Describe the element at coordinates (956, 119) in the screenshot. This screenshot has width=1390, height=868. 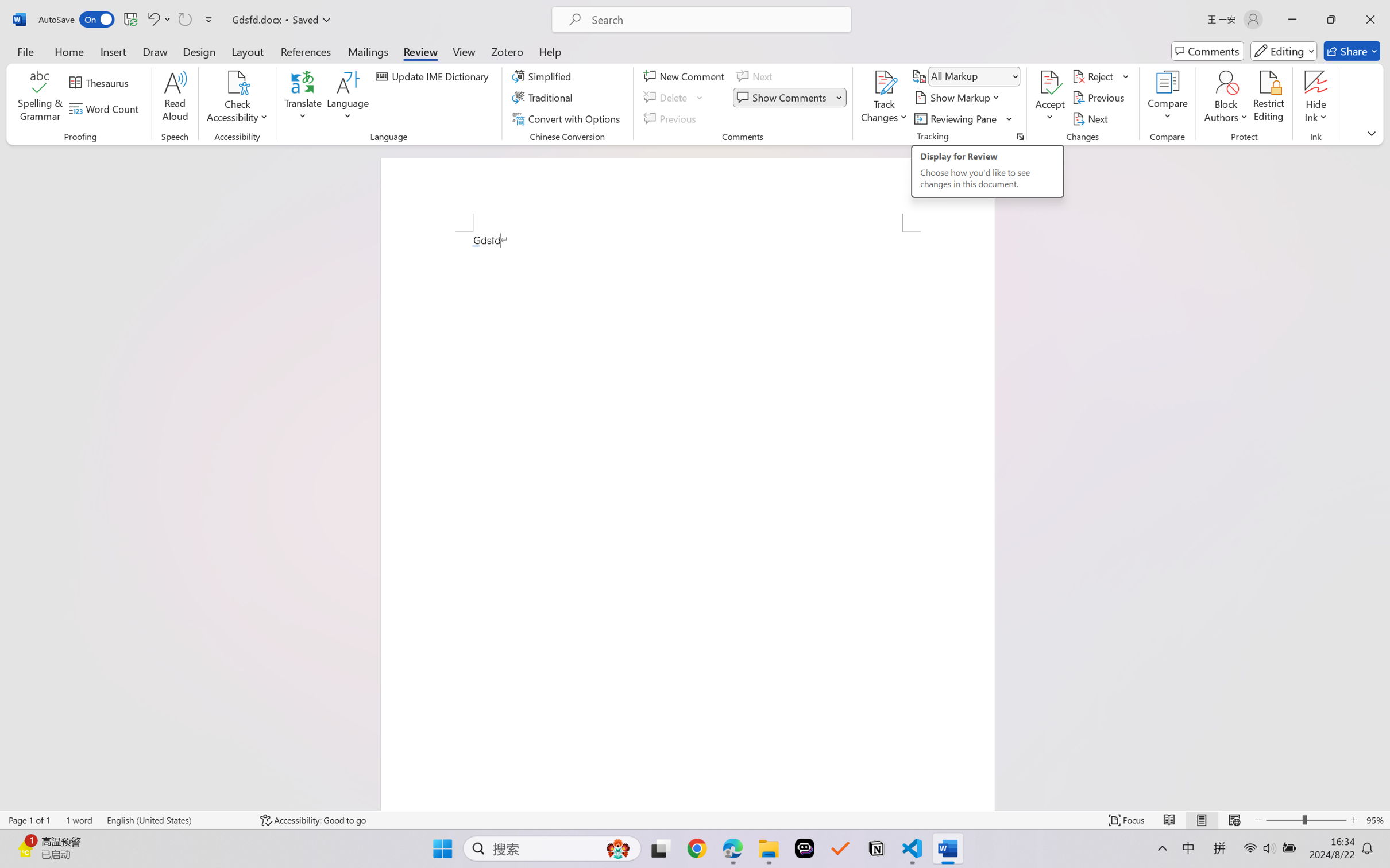
I see `'Reviewing Pane'` at that location.